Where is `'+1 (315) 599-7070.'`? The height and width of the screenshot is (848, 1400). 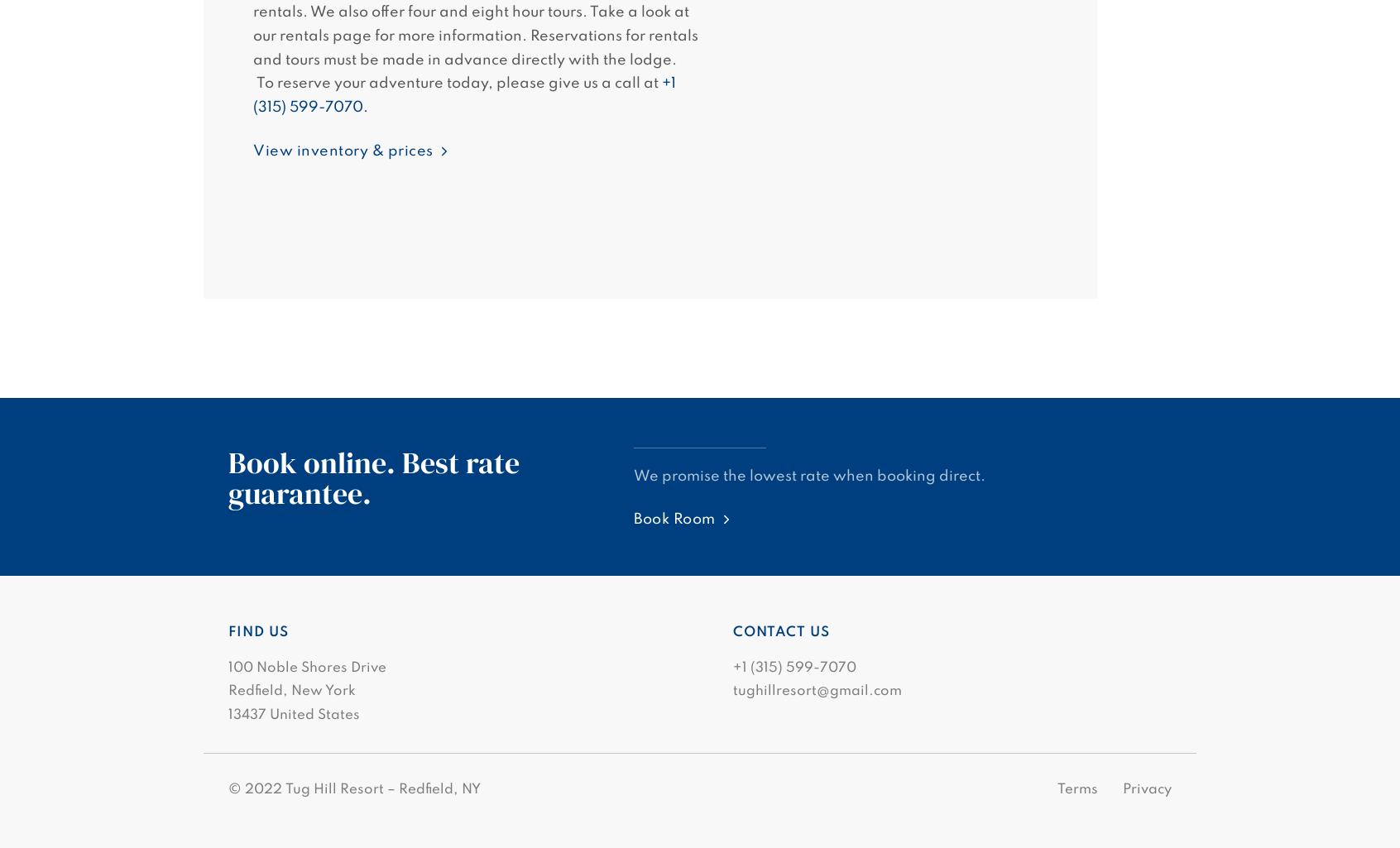 '+1 (315) 599-7070.' is located at coordinates (464, 95).